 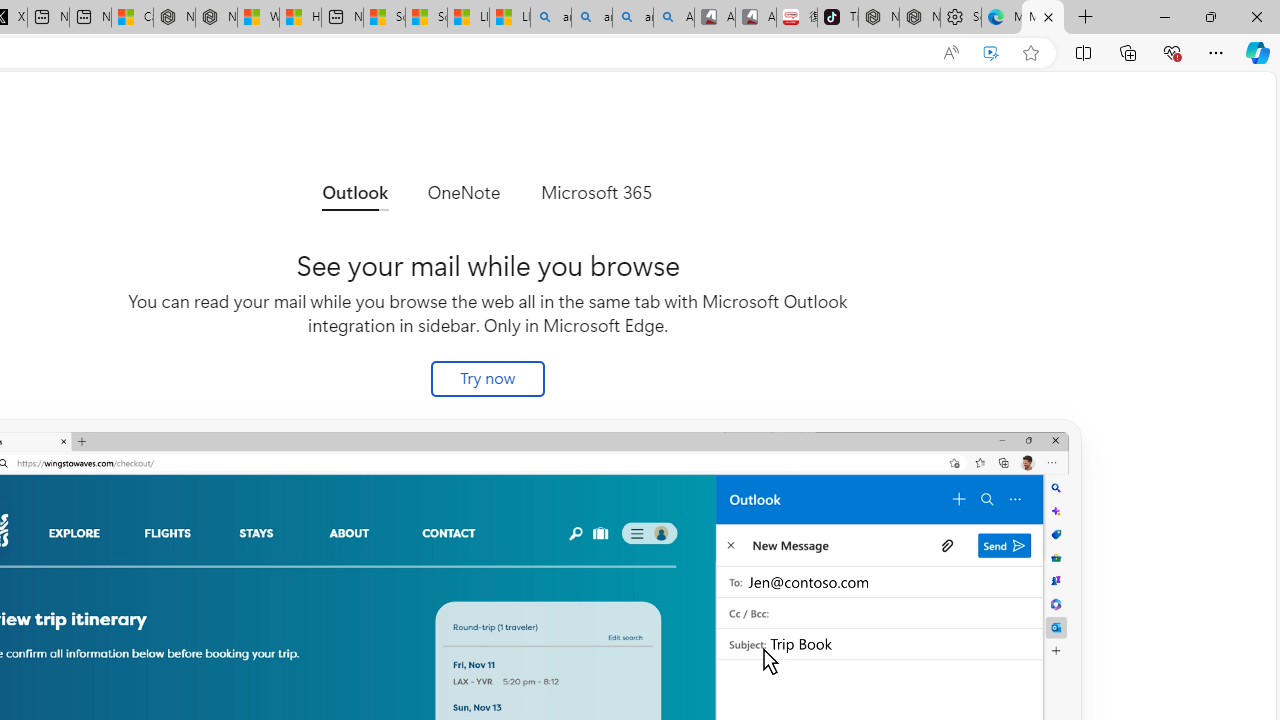 What do you see at coordinates (918, 17) in the screenshot?
I see `'Nordace Siena Pro 15 Backpack'` at bounding box center [918, 17].